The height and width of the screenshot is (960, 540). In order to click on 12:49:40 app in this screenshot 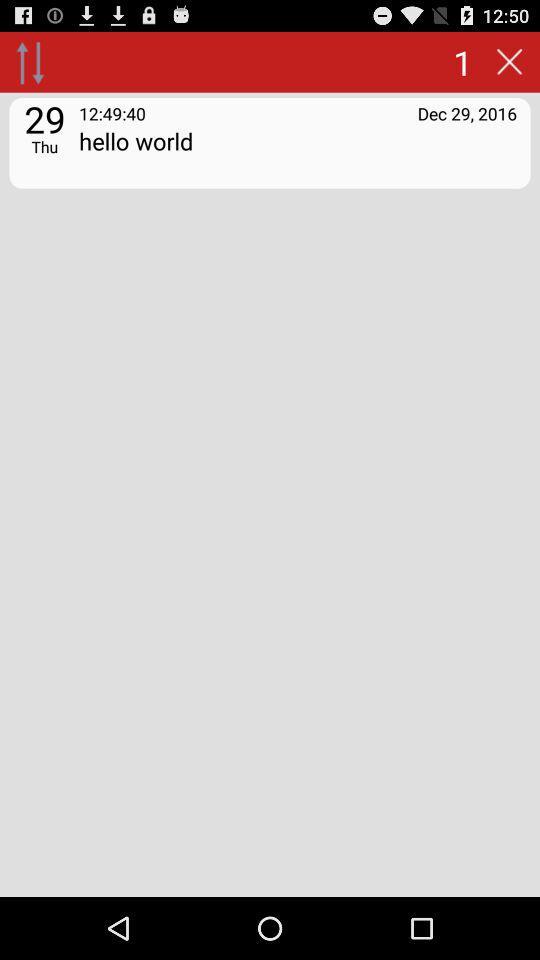, I will do `click(112, 113)`.